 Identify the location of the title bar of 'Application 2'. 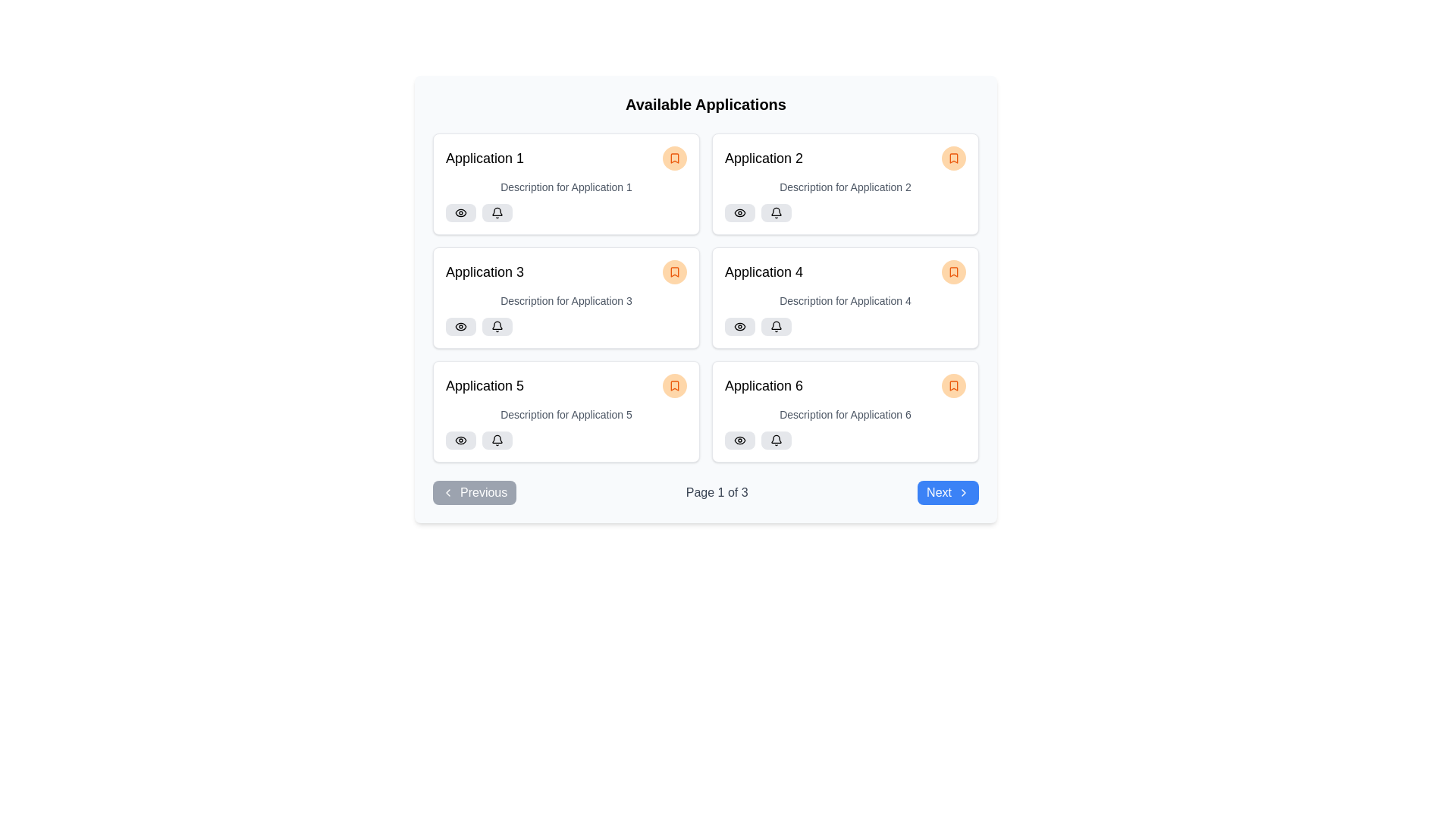
(844, 158).